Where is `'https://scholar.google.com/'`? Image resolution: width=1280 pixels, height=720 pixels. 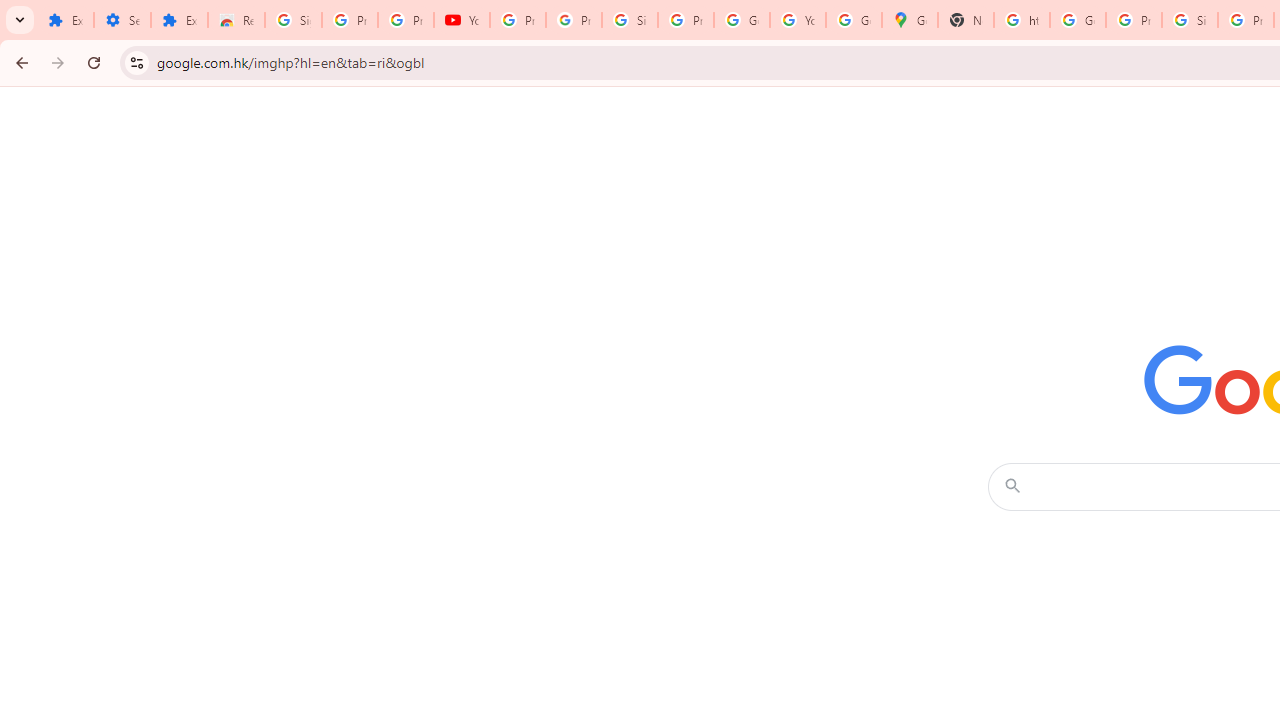
'https://scholar.google.com/' is located at coordinates (1022, 20).